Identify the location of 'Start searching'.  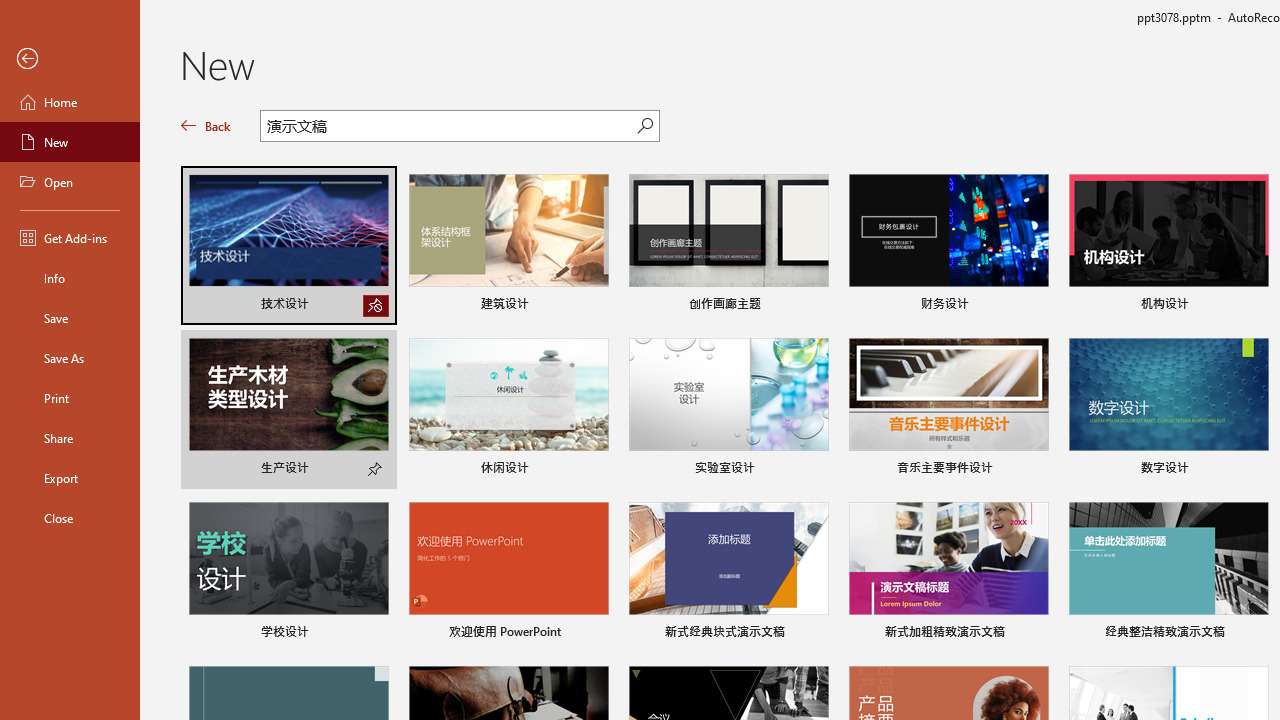
(645, 125).